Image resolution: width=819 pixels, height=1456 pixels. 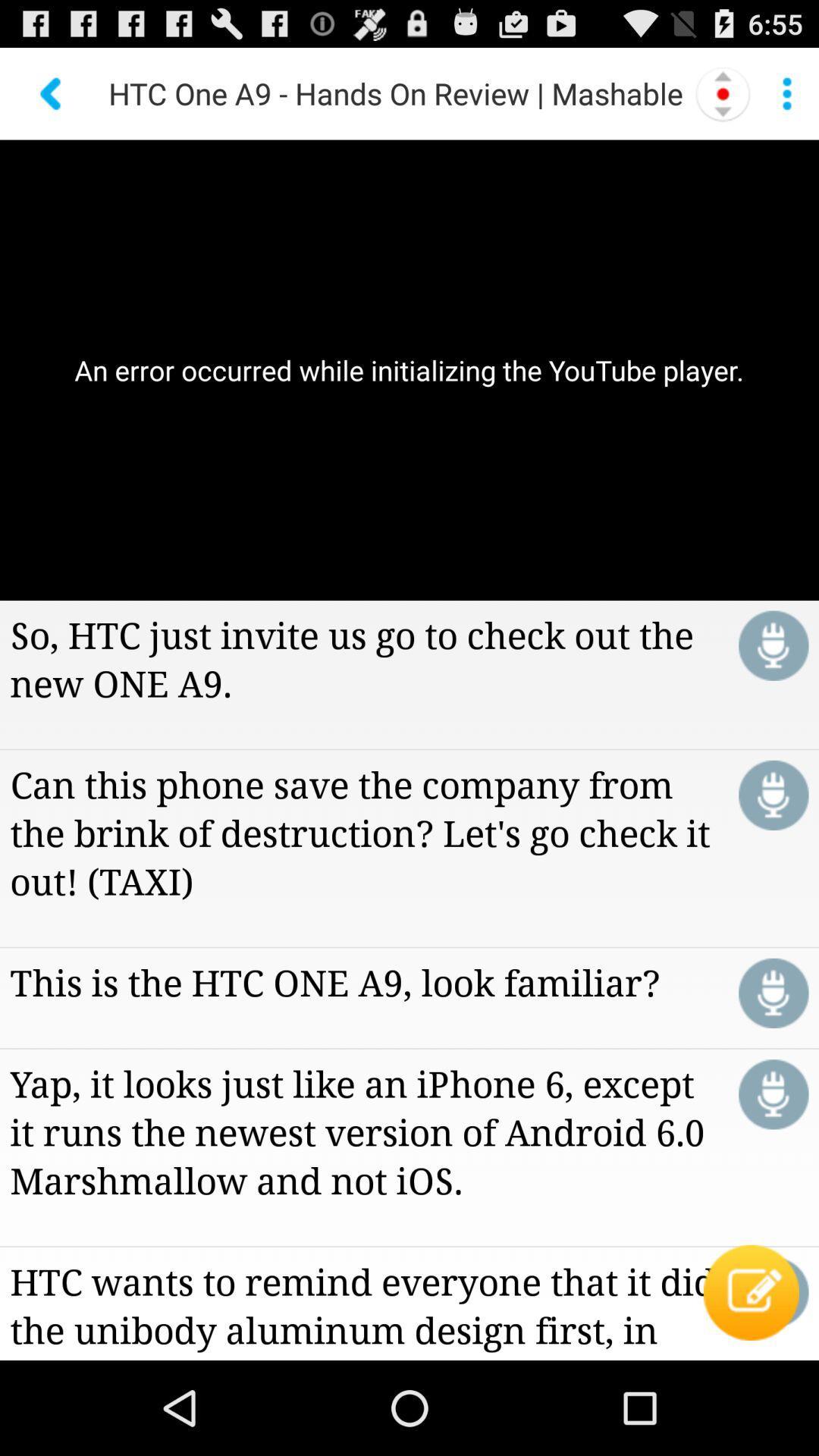 What do you see at coordinates (52, 93) in the screenshot?
I see `the app above the an error occurred icon` at bounding box center [52, 93].